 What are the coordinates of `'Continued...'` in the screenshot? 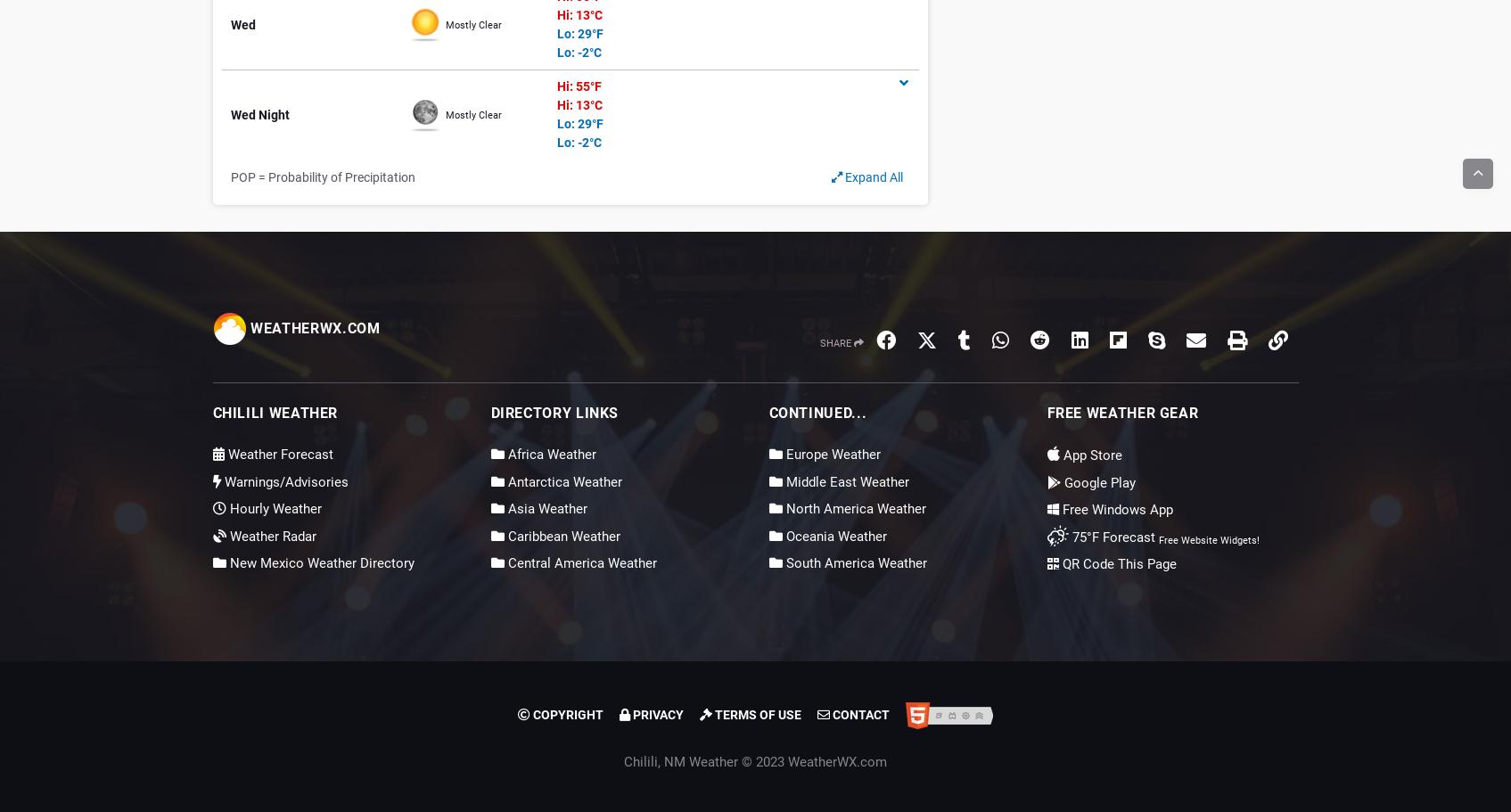 It's located at (817, 412).